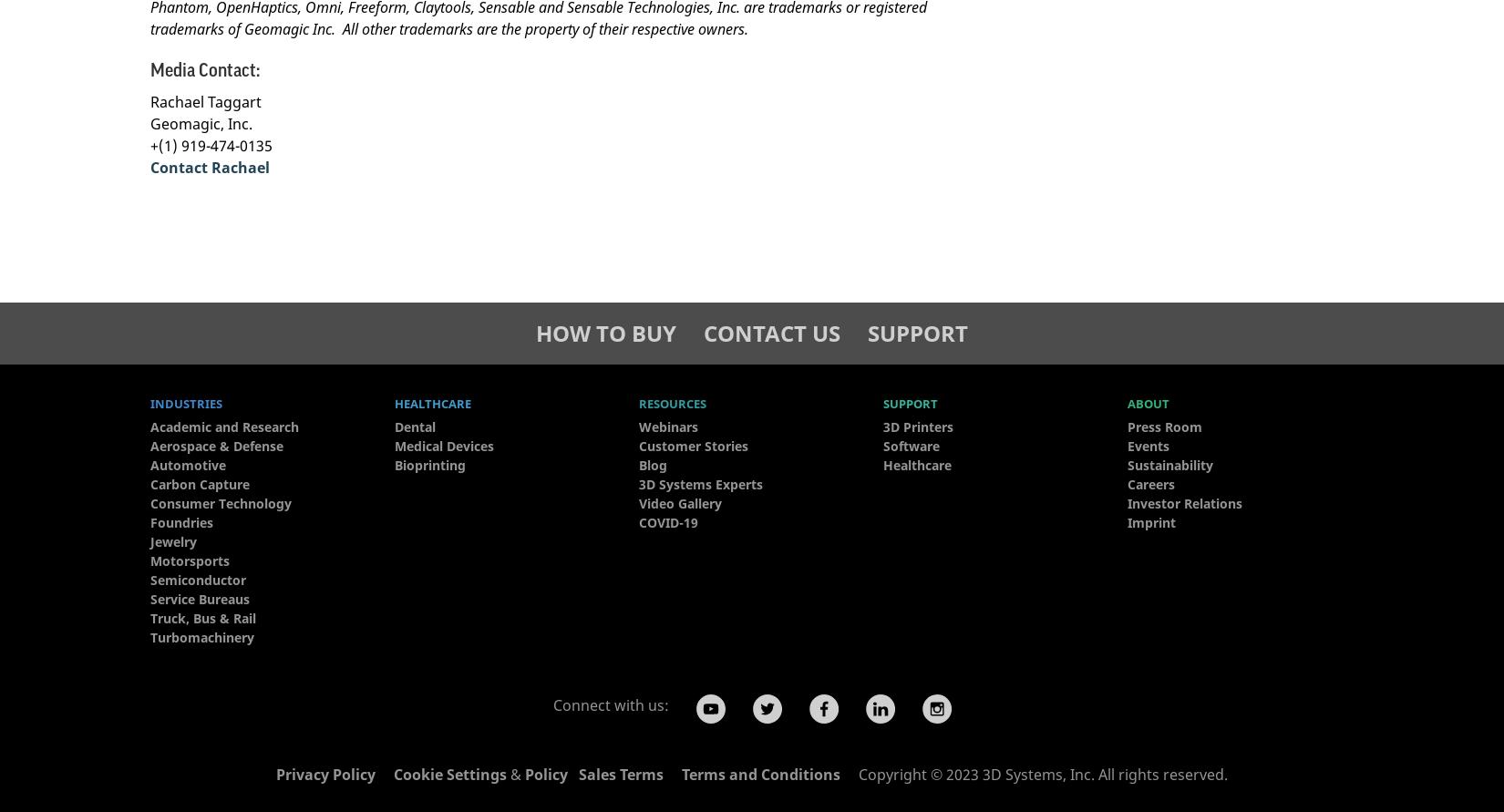 This screenshot has height=812, width=1504. What do you see at coordinates (1128, 444) in the screenshot?
I see `'Events'` at bounding box center [1128, 444].